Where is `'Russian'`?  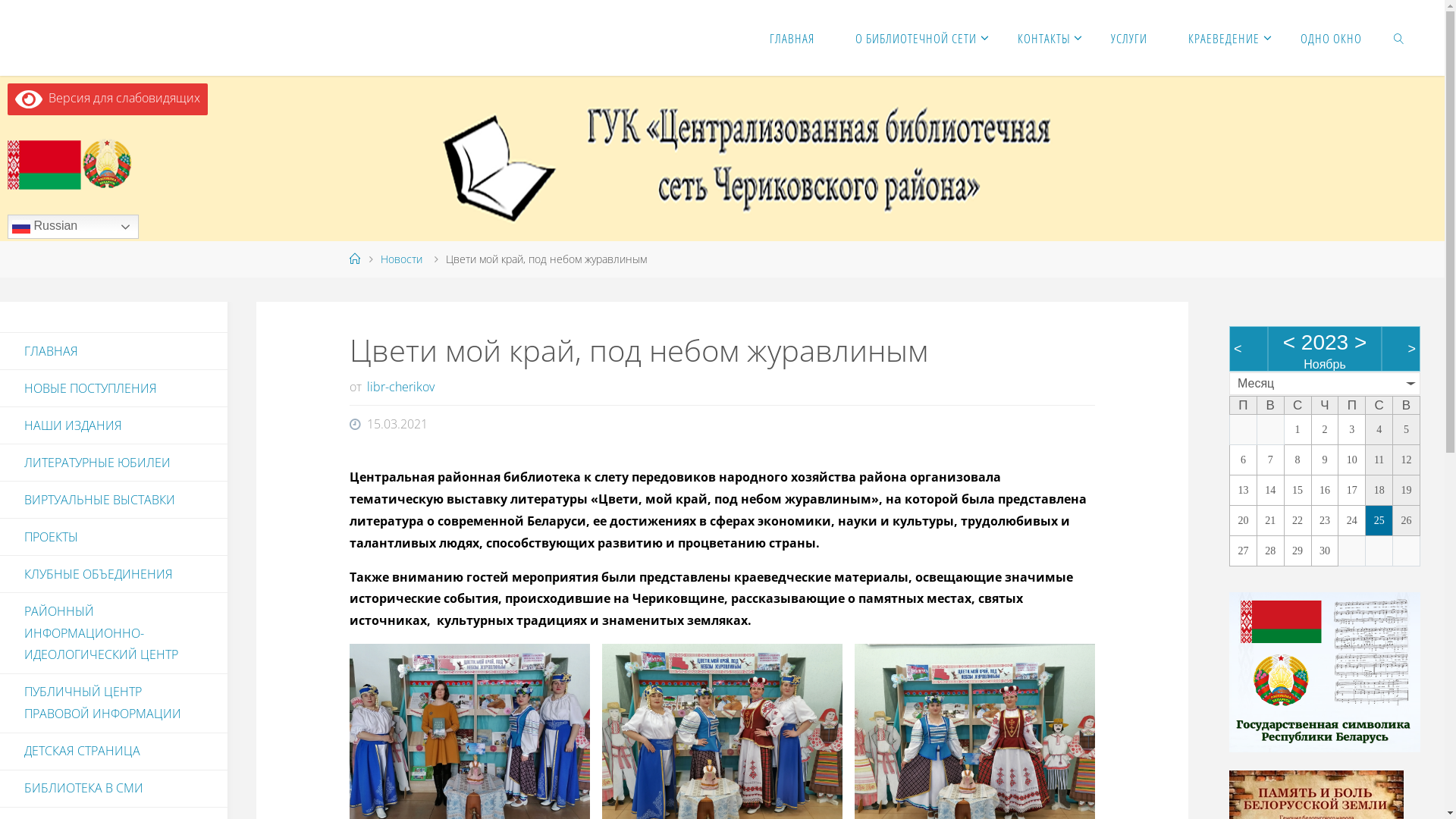
'Russian' is located at coordinates (72, 227).